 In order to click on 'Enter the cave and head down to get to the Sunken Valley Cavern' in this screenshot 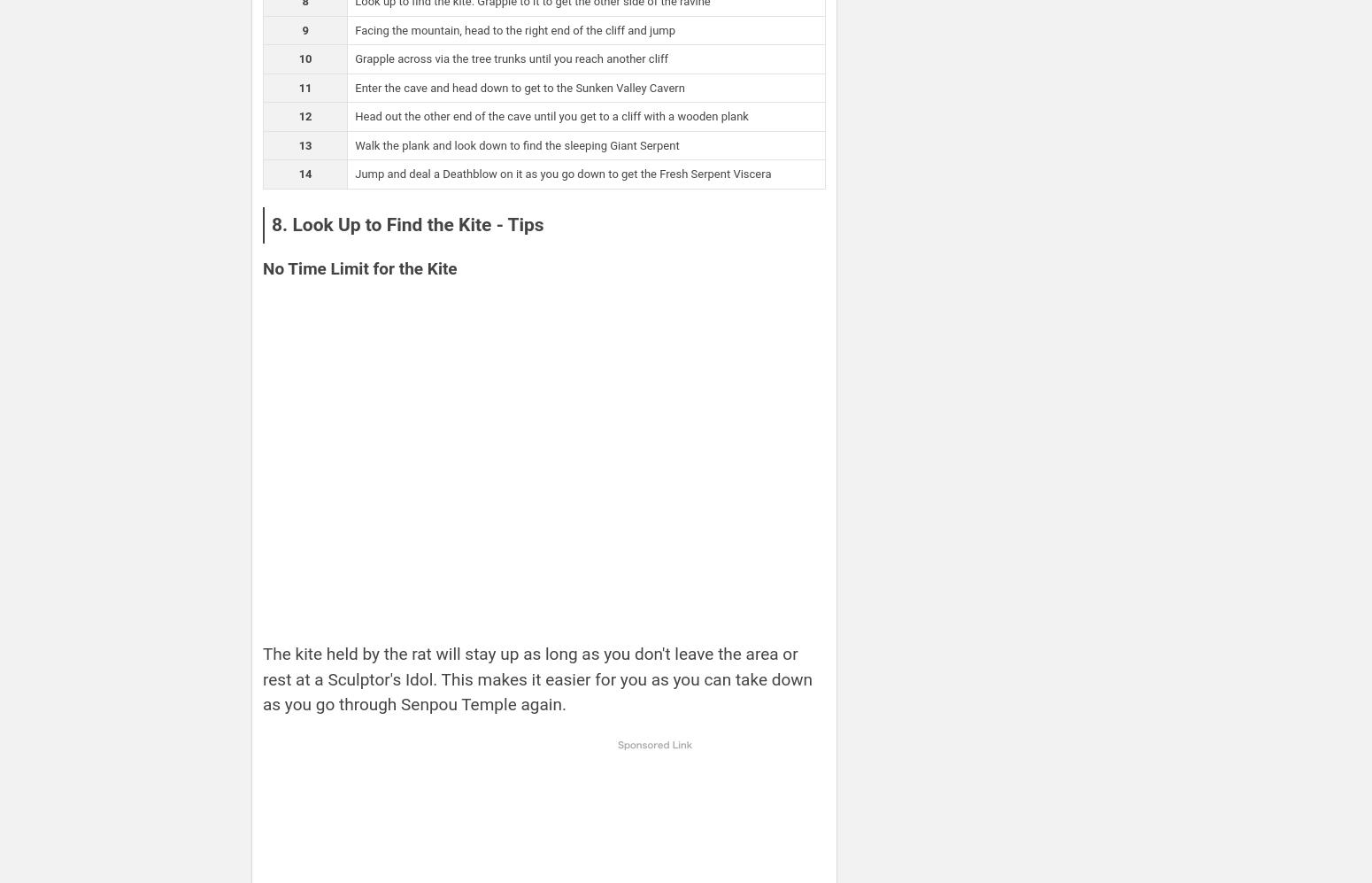, I will do `click(519, 87)`.